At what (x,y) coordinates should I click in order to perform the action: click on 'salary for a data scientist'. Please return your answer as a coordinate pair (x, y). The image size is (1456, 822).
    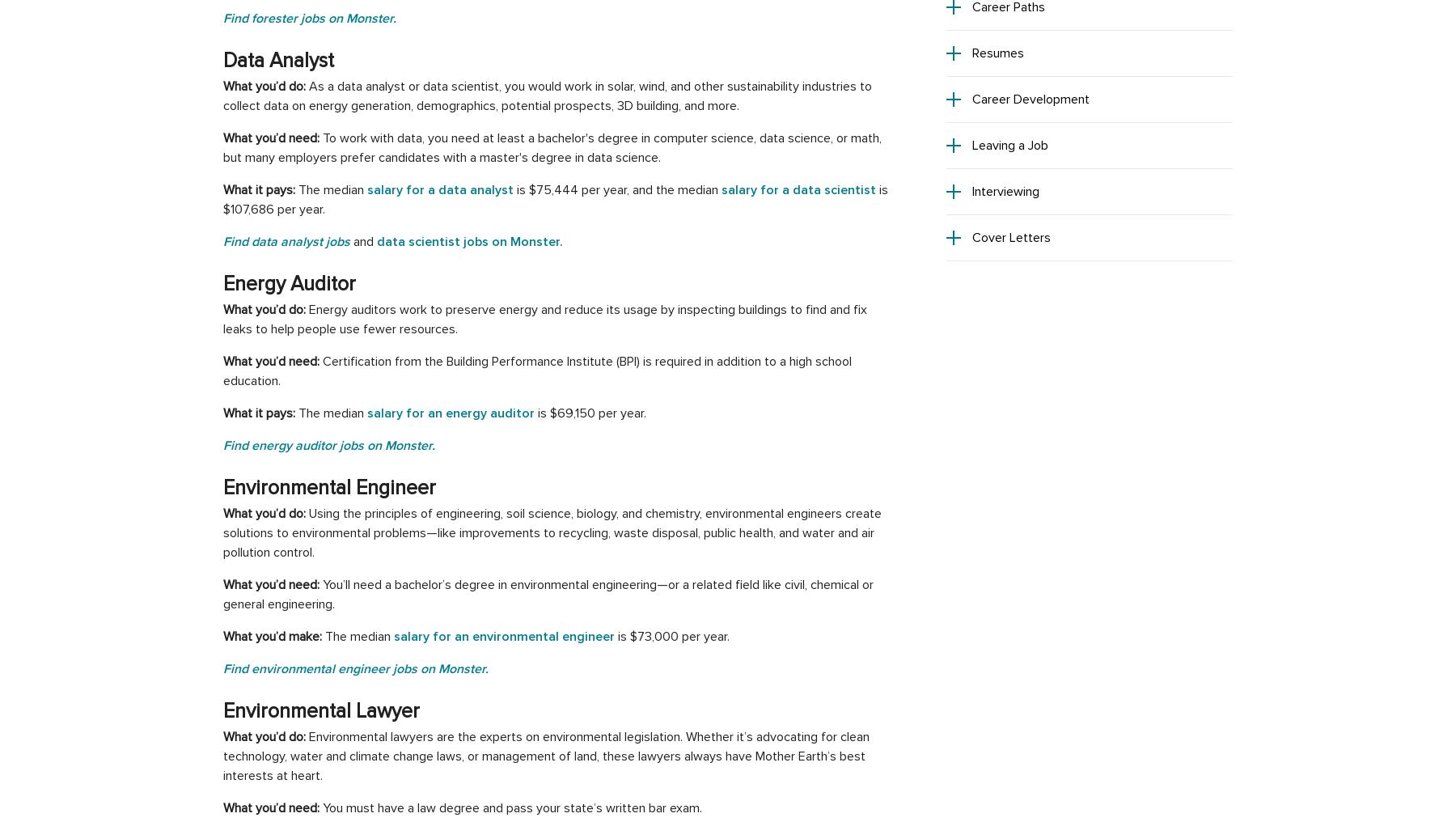
    Looking at the image, I should click on (722, 190).